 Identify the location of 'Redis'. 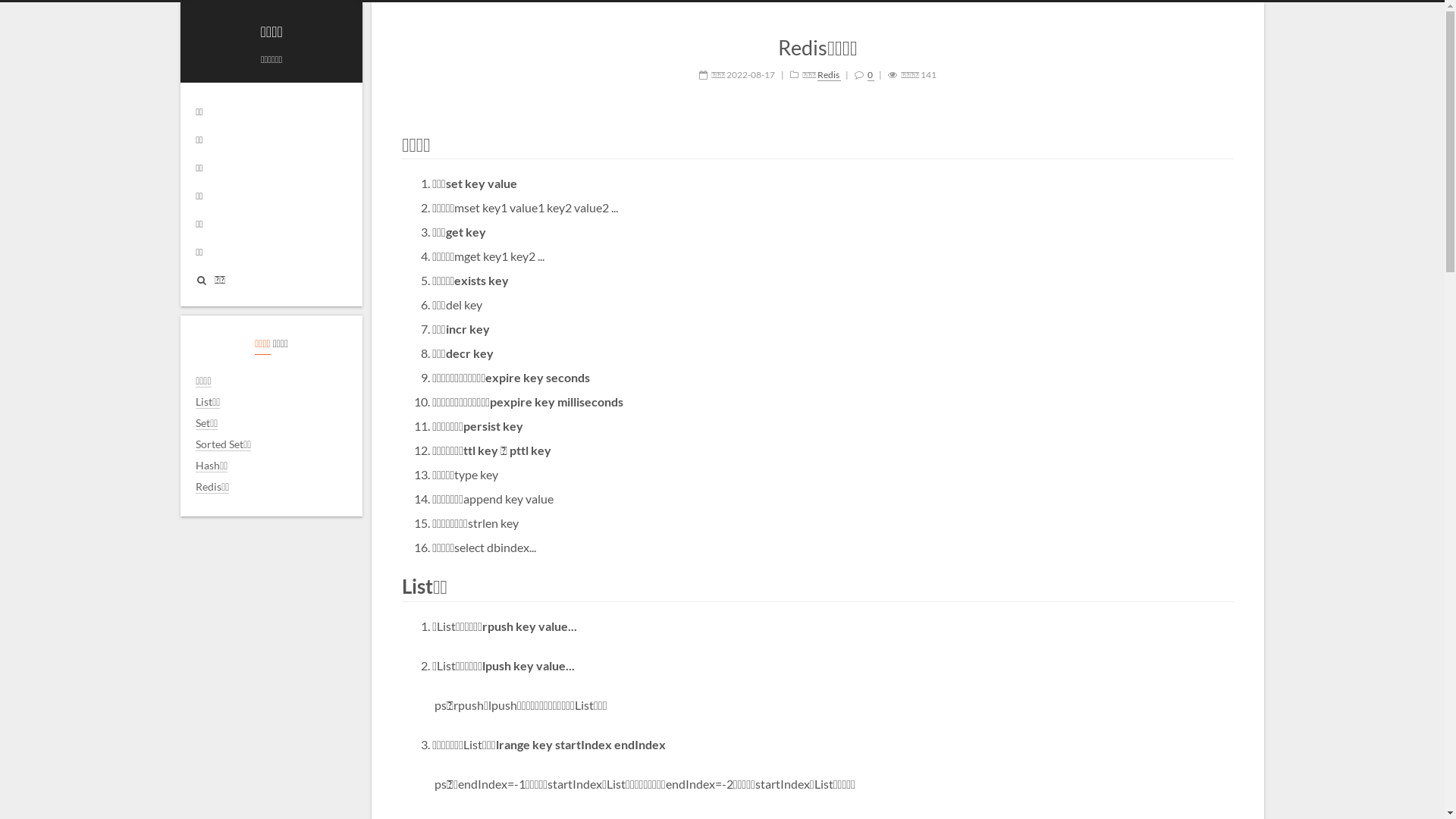
(817, 75).